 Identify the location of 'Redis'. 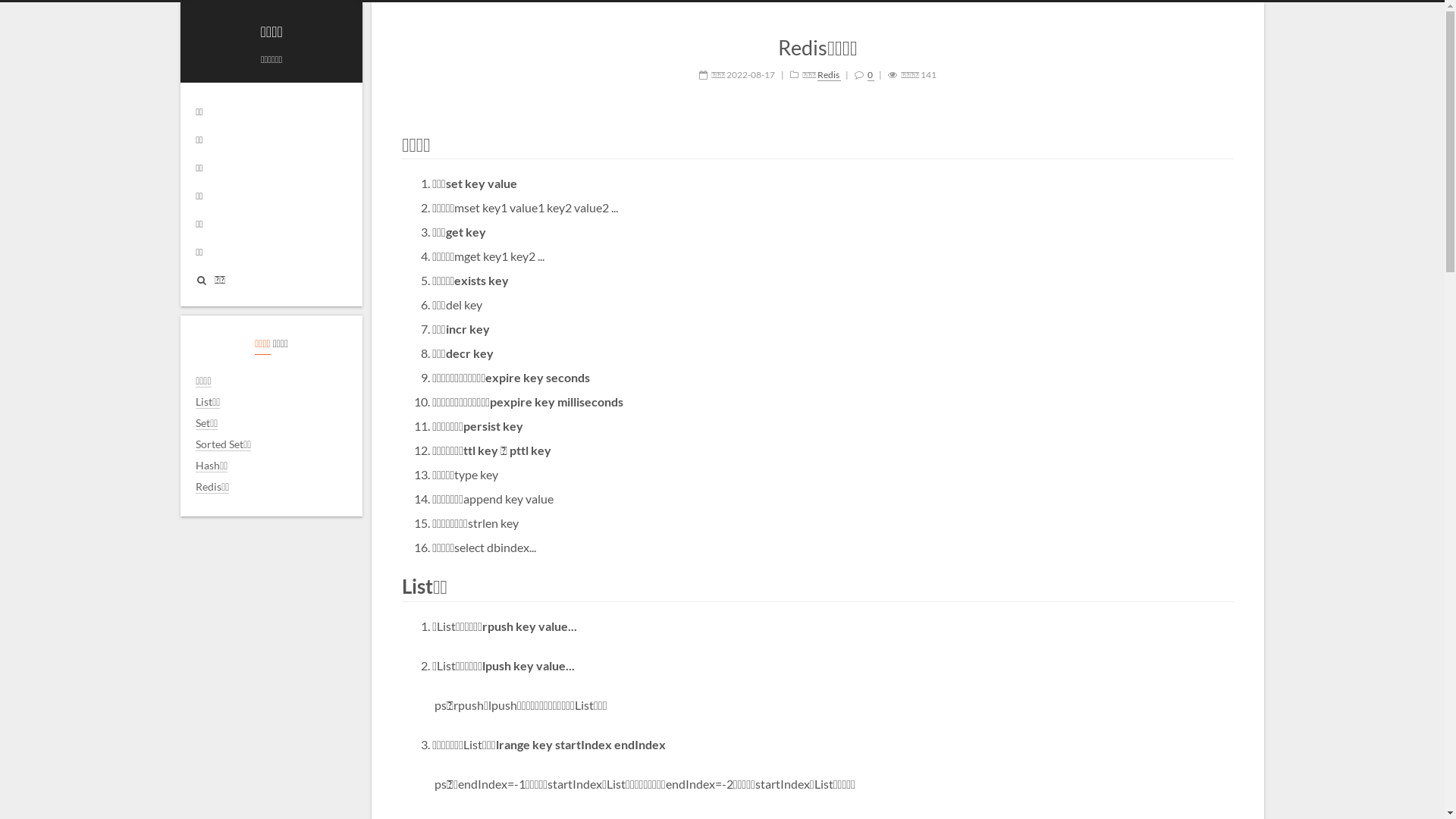
(817, 75).